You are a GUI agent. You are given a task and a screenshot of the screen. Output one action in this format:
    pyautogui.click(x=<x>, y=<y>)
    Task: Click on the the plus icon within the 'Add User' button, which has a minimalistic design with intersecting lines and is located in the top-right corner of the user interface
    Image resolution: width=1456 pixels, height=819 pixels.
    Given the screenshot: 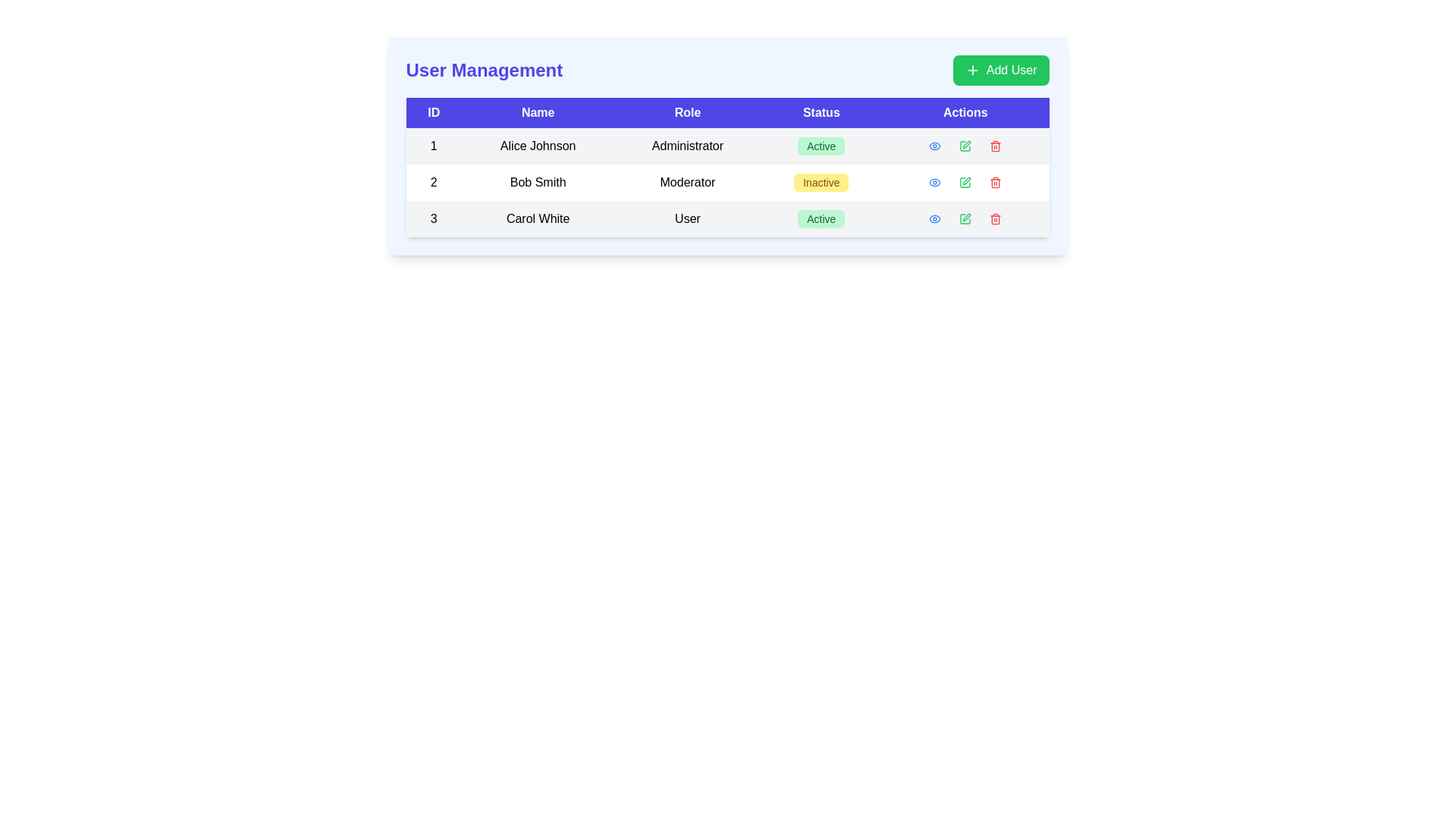 What is the action you would take?
    pyautogui.click(x=972, y=70)
    